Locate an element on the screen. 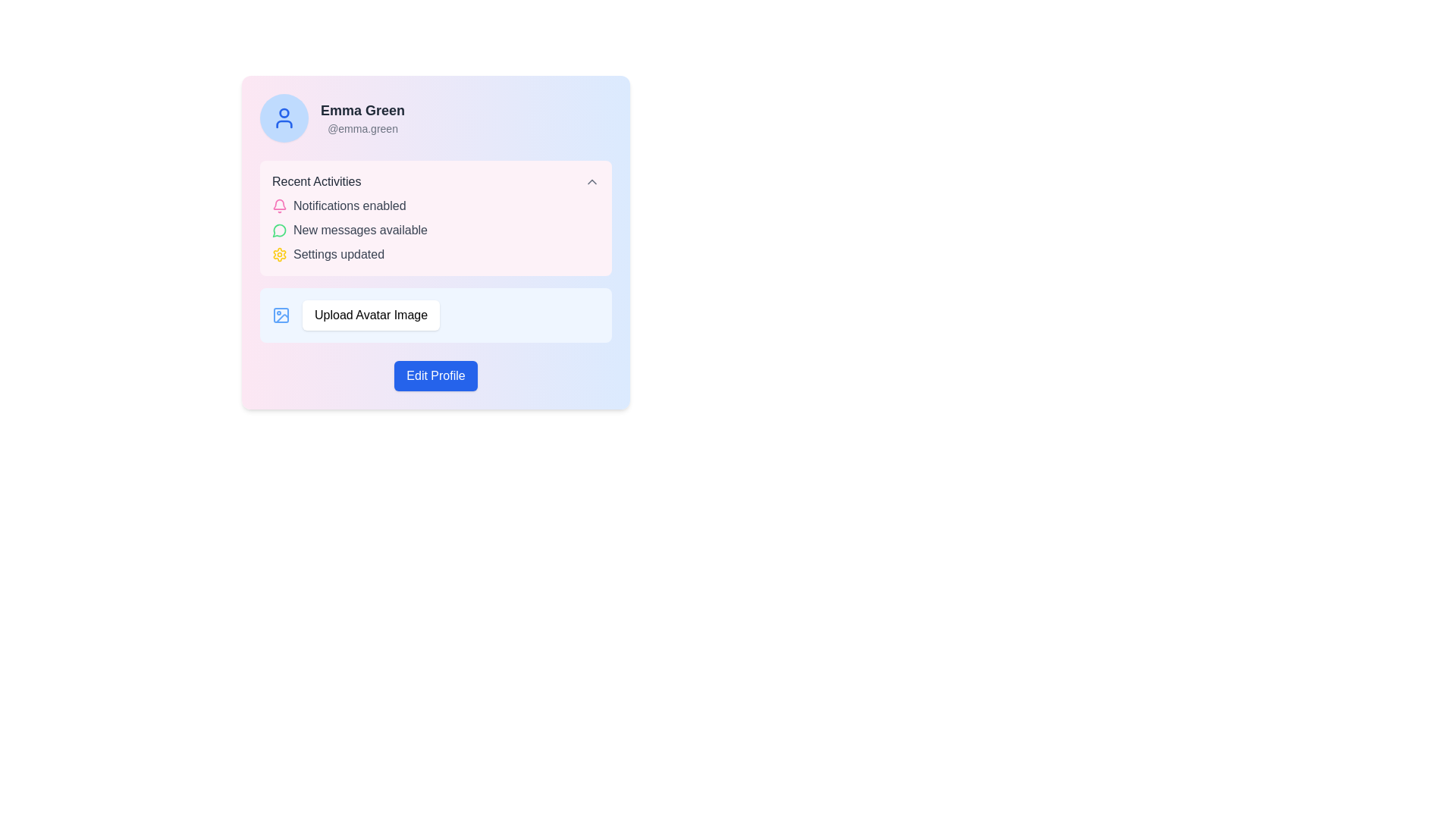  the Decorative SVG rectangle within the 'Upload Avatar Image' icon, which is positioned above and slightly to the left of other components in the SVG is located at coordinates (281, 315).